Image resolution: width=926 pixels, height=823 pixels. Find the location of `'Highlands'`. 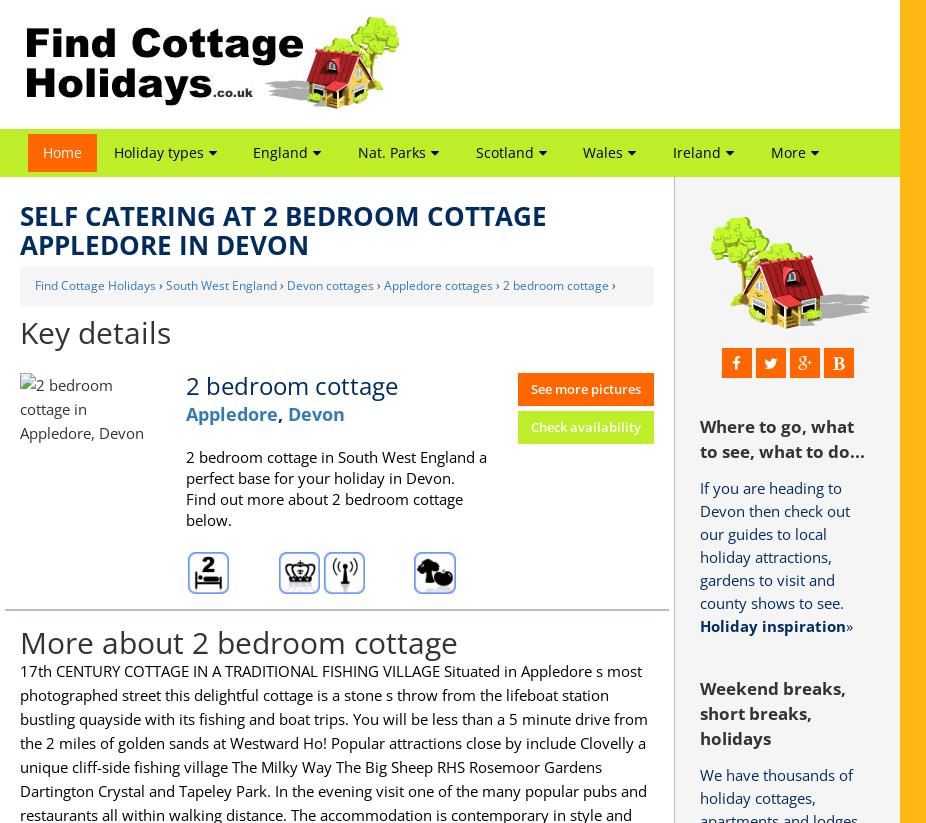

'Highlands' is located at coordinates (500, 260).